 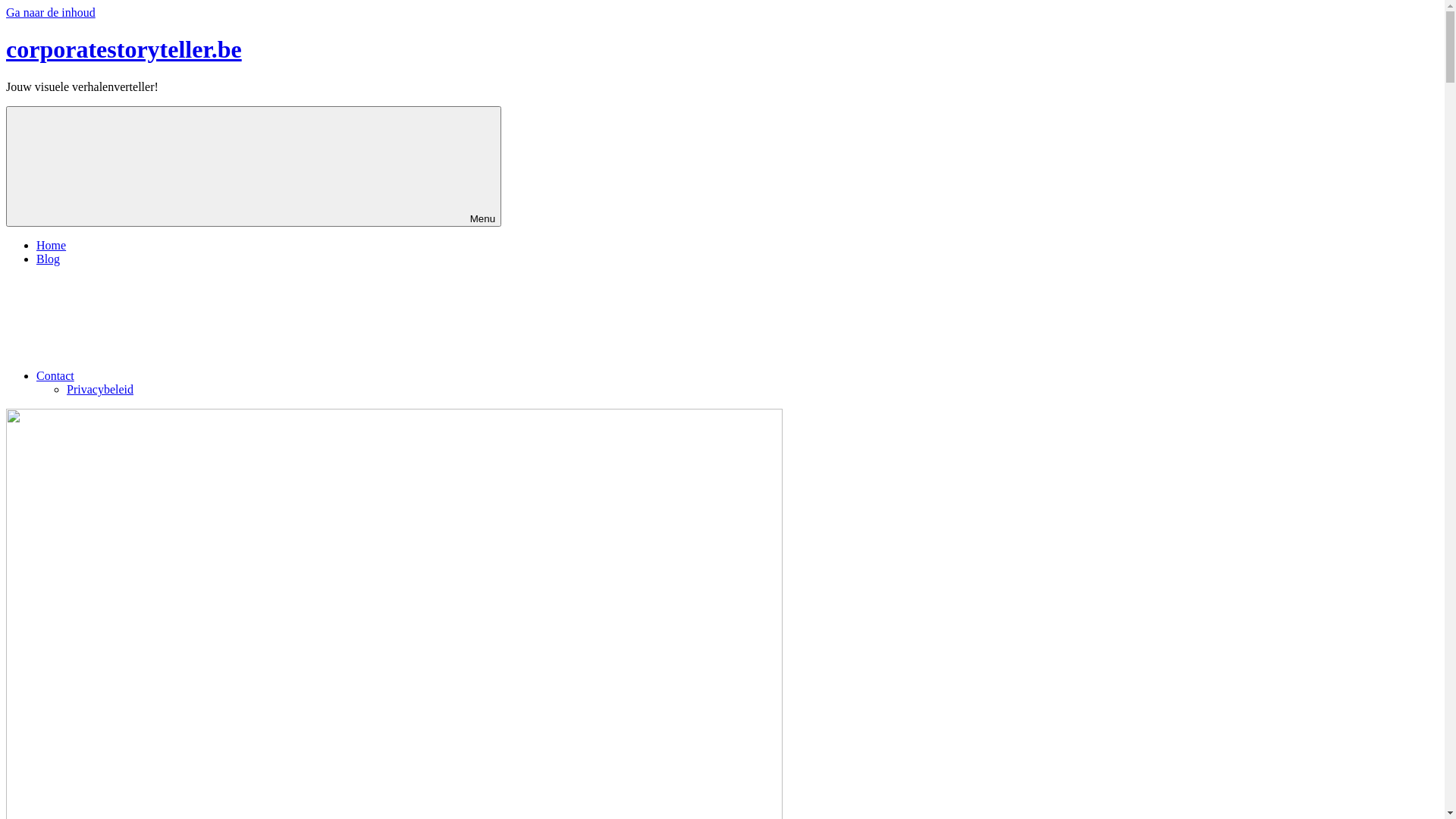 I want to click on 'Contact', so click(x=168, y=375).